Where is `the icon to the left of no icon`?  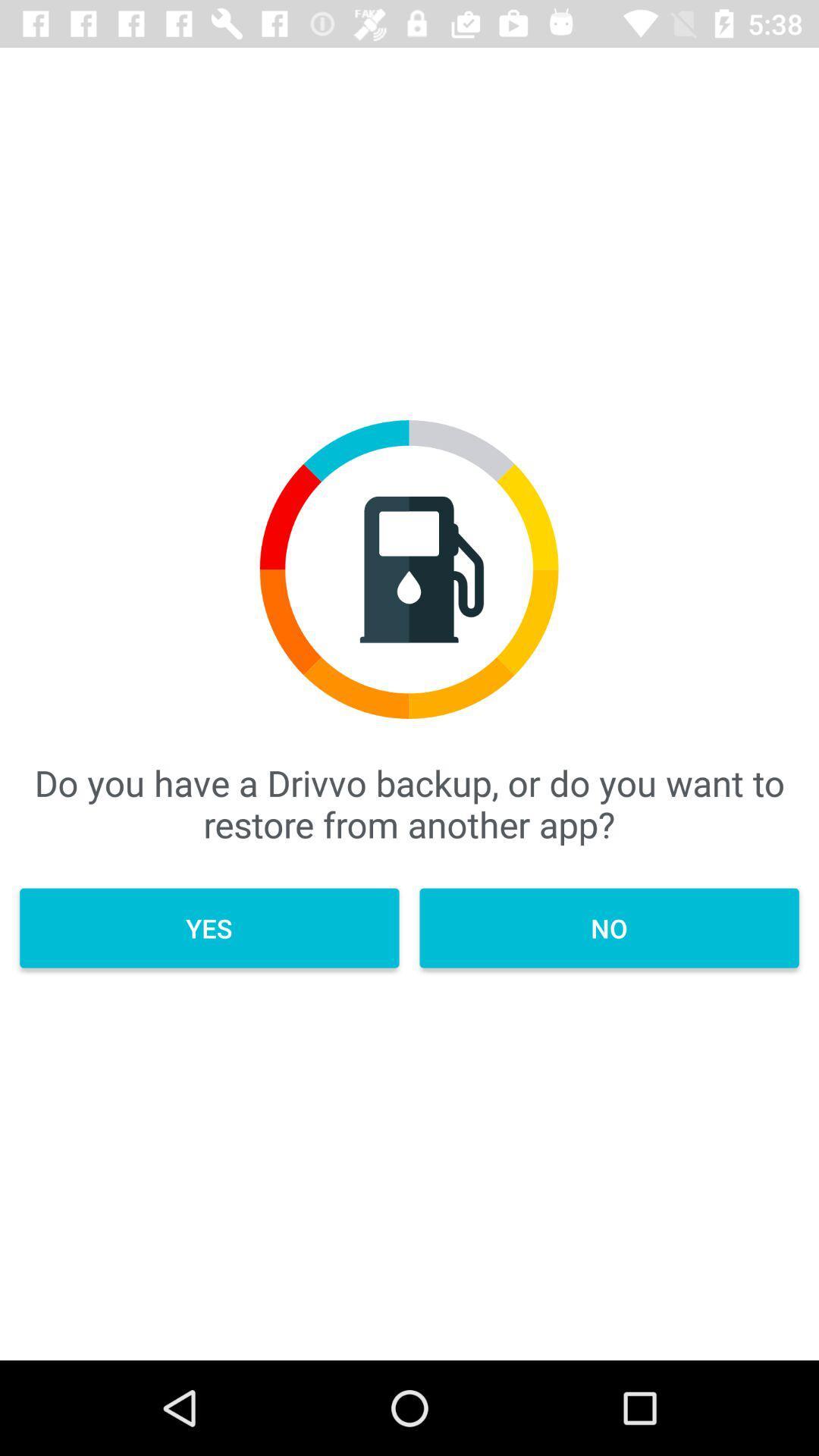
the icon to the left of no icon is located at coordinates (209, 927).